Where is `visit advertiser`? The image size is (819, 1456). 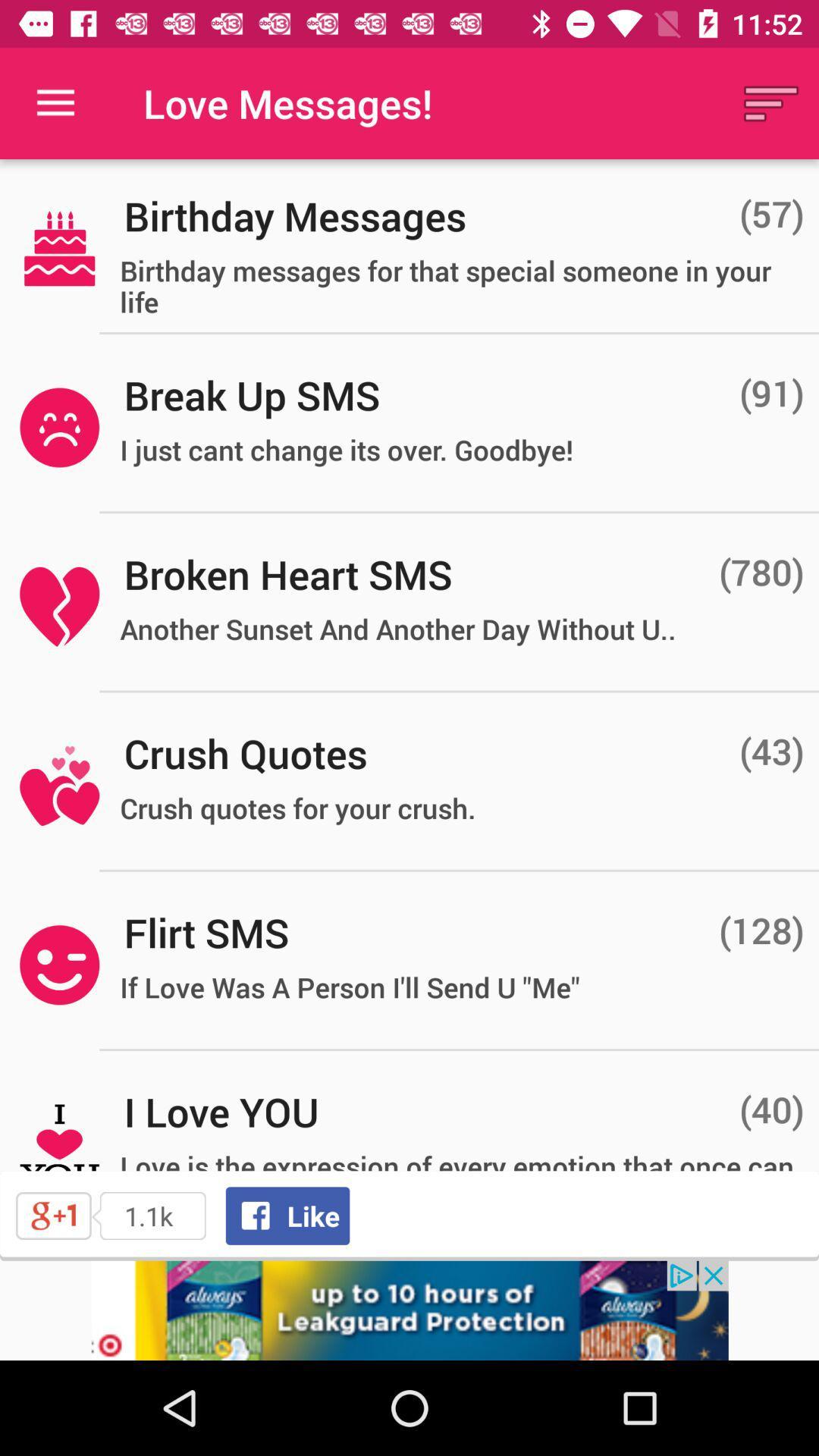
visit advertiser is located at coordinates (409, 1310).